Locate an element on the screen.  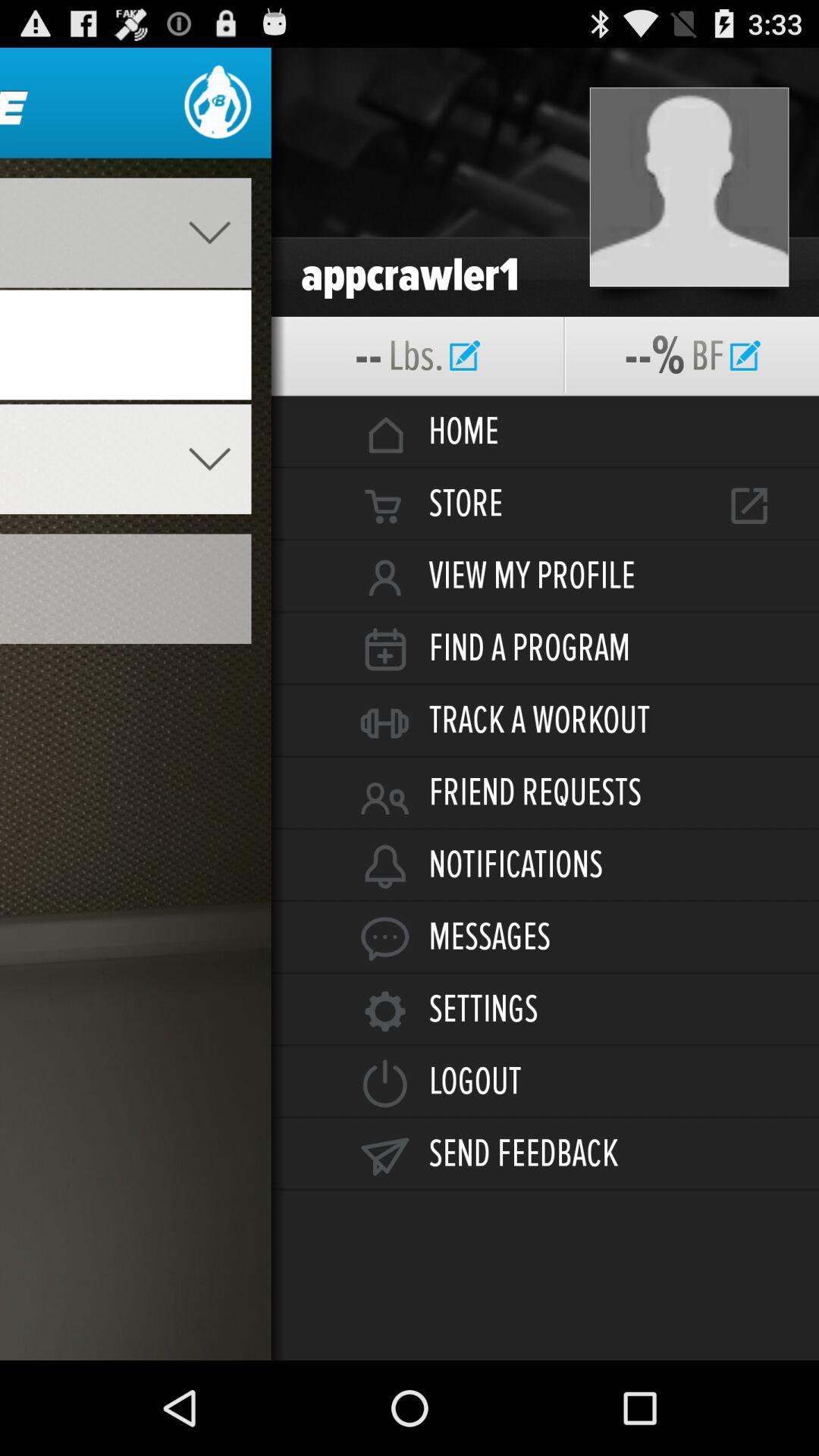
the edit icon is located at coordinates (744, 381).